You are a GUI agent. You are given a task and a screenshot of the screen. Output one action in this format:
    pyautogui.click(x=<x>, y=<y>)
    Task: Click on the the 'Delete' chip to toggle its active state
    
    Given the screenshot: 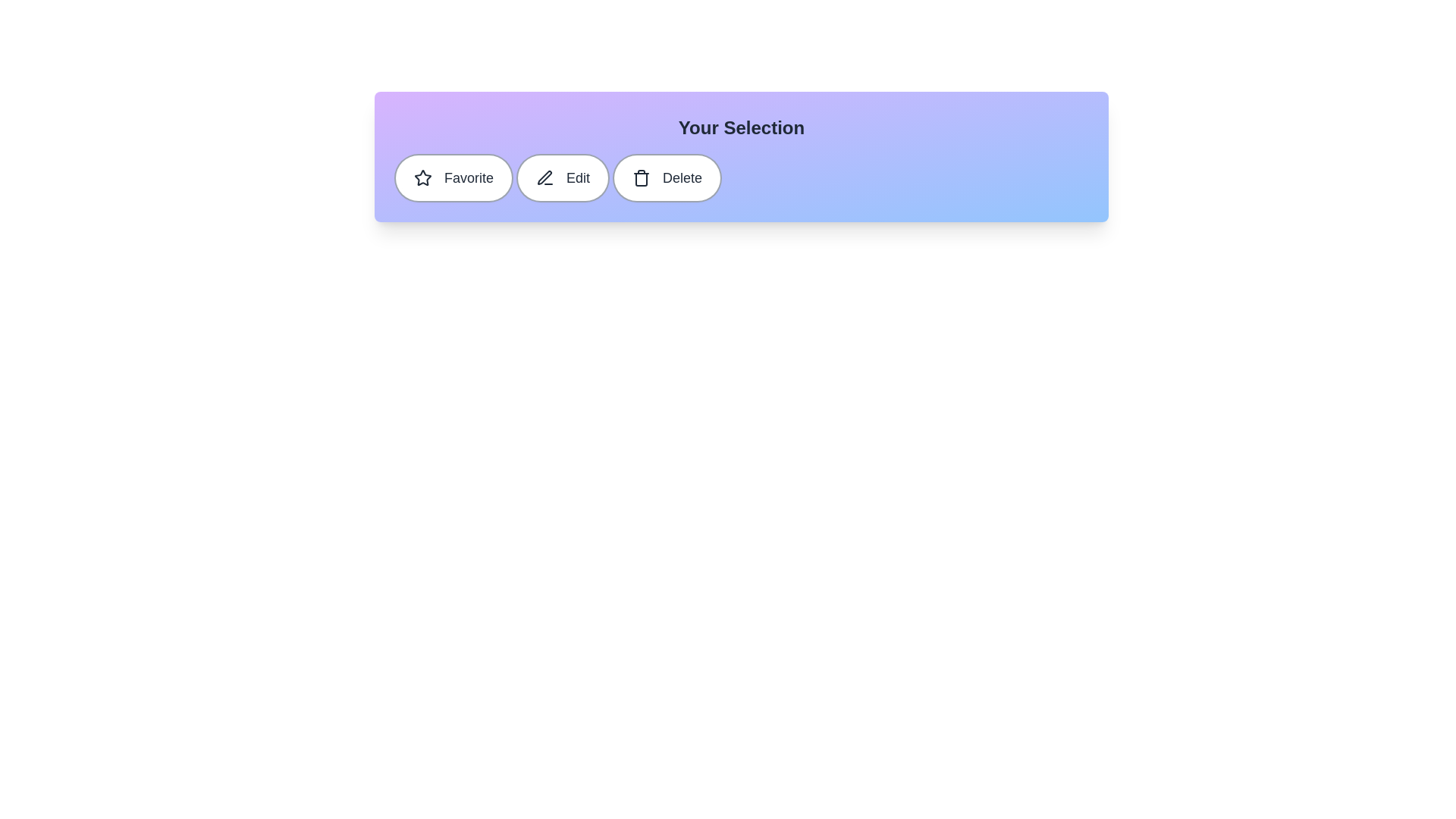 What is the action you would take?
    pyautogui.click(x=667, y=177)
    